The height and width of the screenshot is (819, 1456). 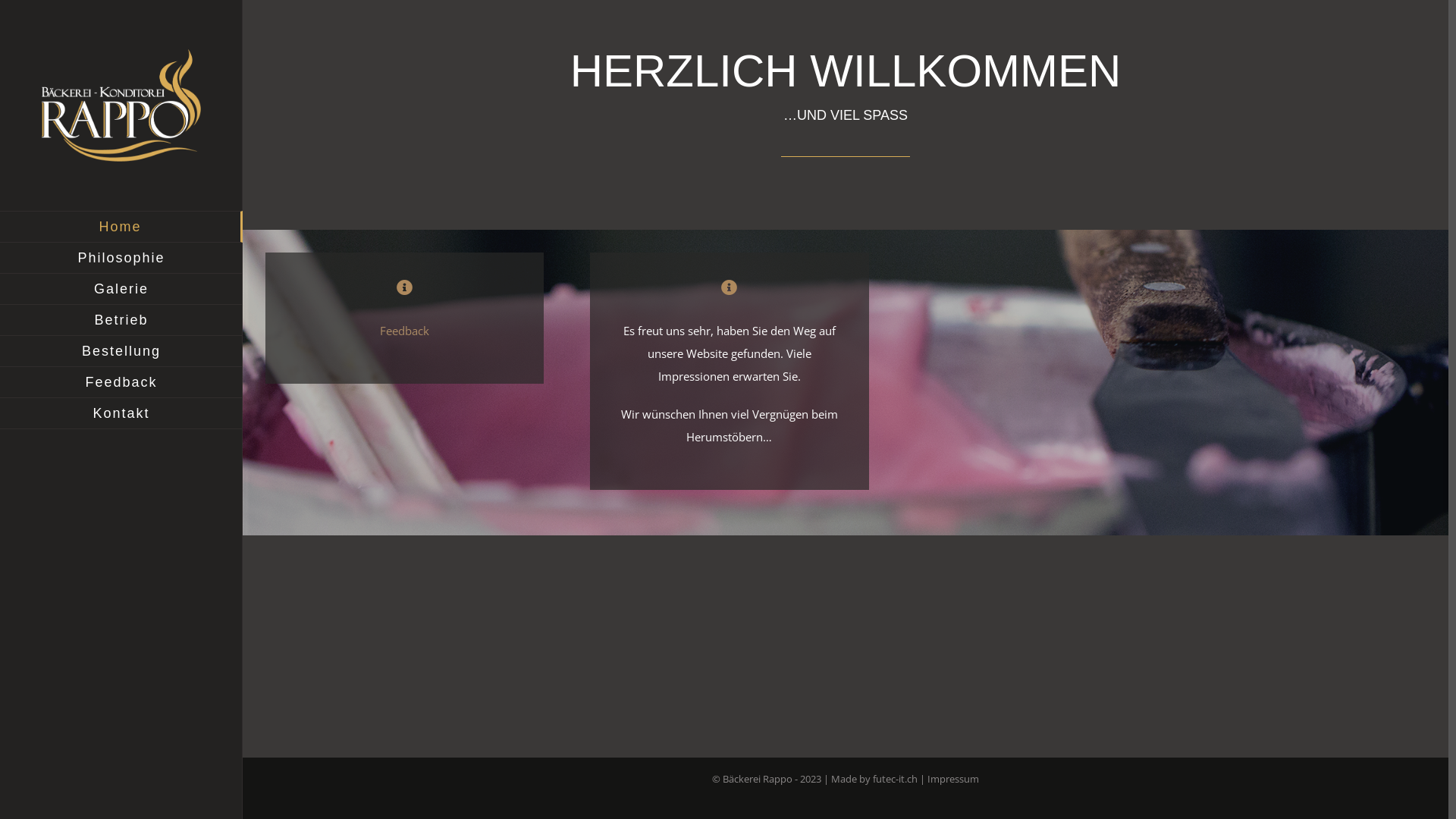 What do you see at coordinates (404, 329) in the screenshot?
I see `'Feedback'` at bounding box center [404, 329].